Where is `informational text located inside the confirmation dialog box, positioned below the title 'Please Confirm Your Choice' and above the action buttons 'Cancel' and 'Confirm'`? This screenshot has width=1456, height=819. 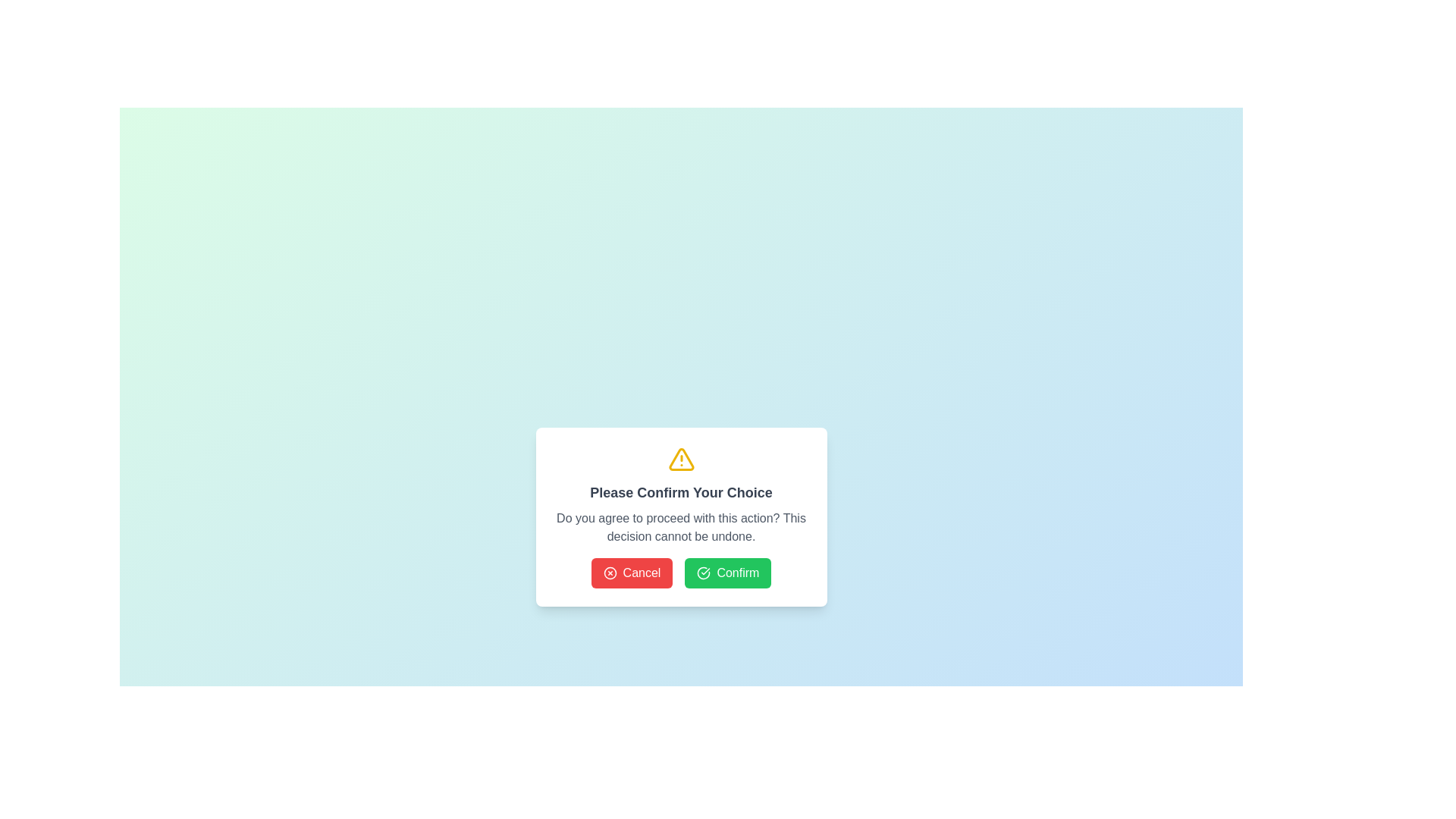 informational text located inside the confirmation dialog box, positioned below the title 'Please Confirm Your Choice' and above the action buttons 'Cancel' and 'Confirm' is located at coordinates (680, 526).